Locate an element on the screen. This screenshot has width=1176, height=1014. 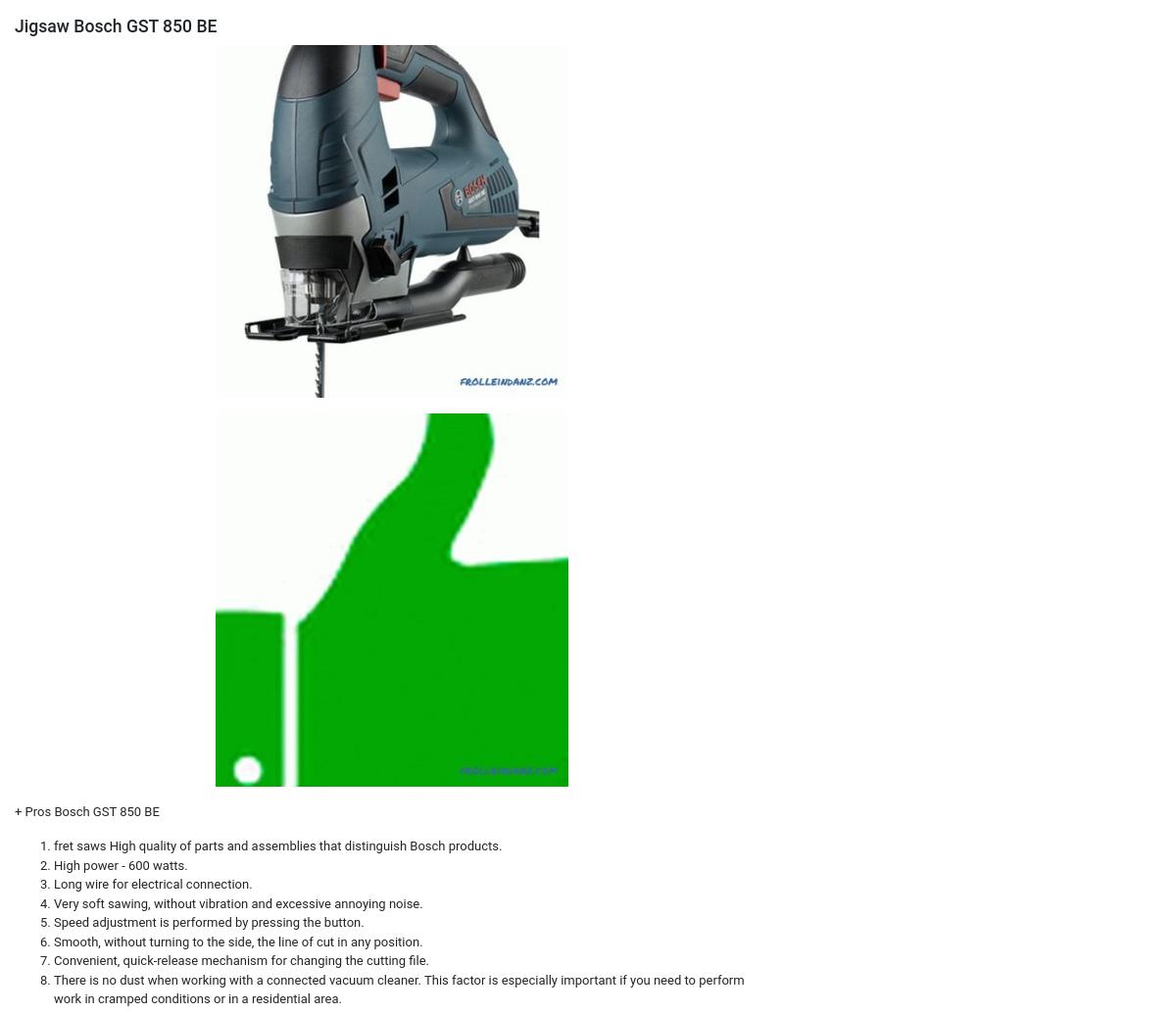
'fret saws High quality of parts and assemblies that distinguish Bosch products.' is located at coordinates (276, 845).